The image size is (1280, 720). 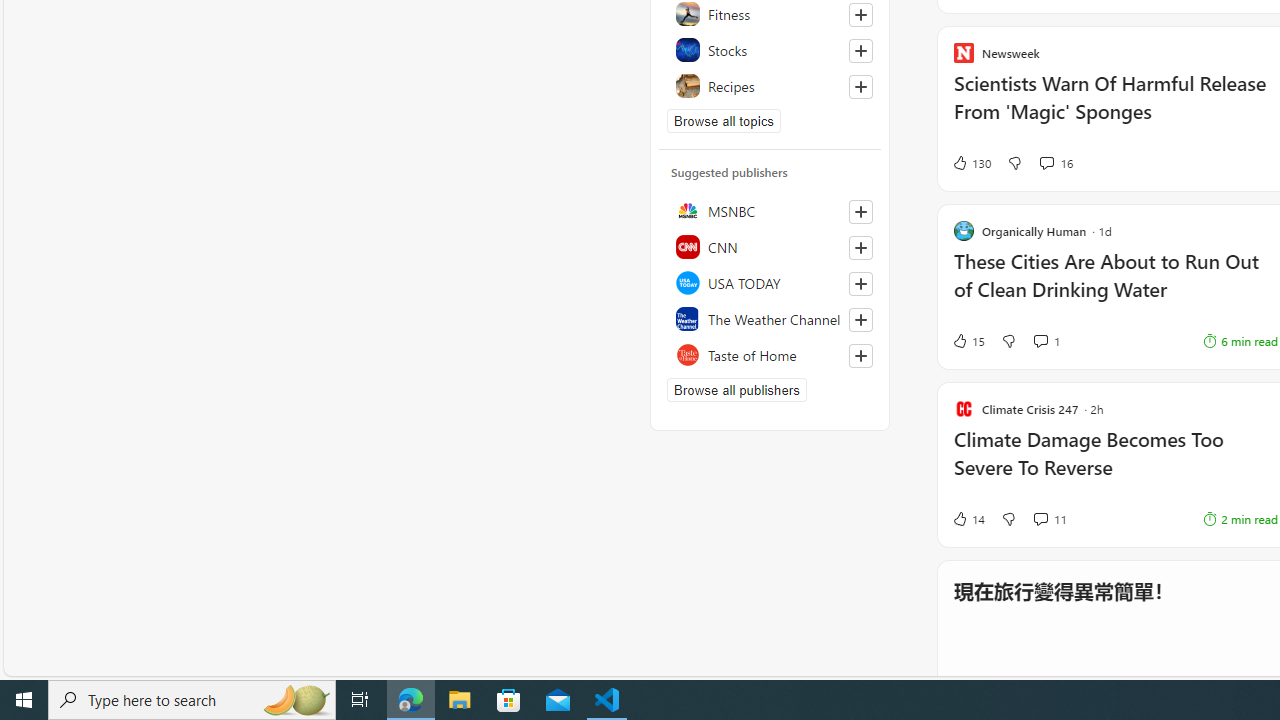 I want to click on 'View comments 11 Comment', so click(x=1040, y=518).